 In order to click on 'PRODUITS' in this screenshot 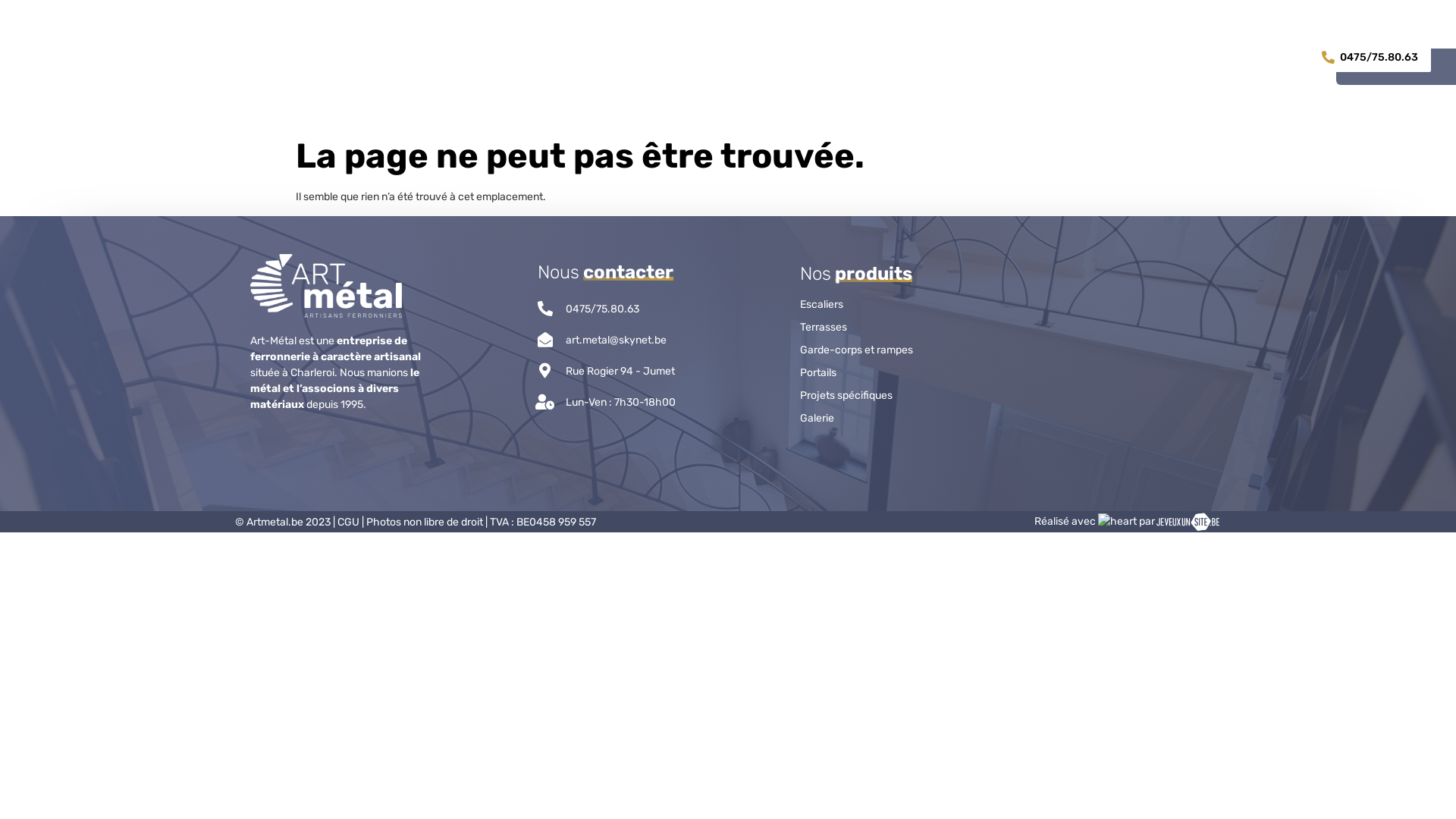, I will do `click(610, 58)`.